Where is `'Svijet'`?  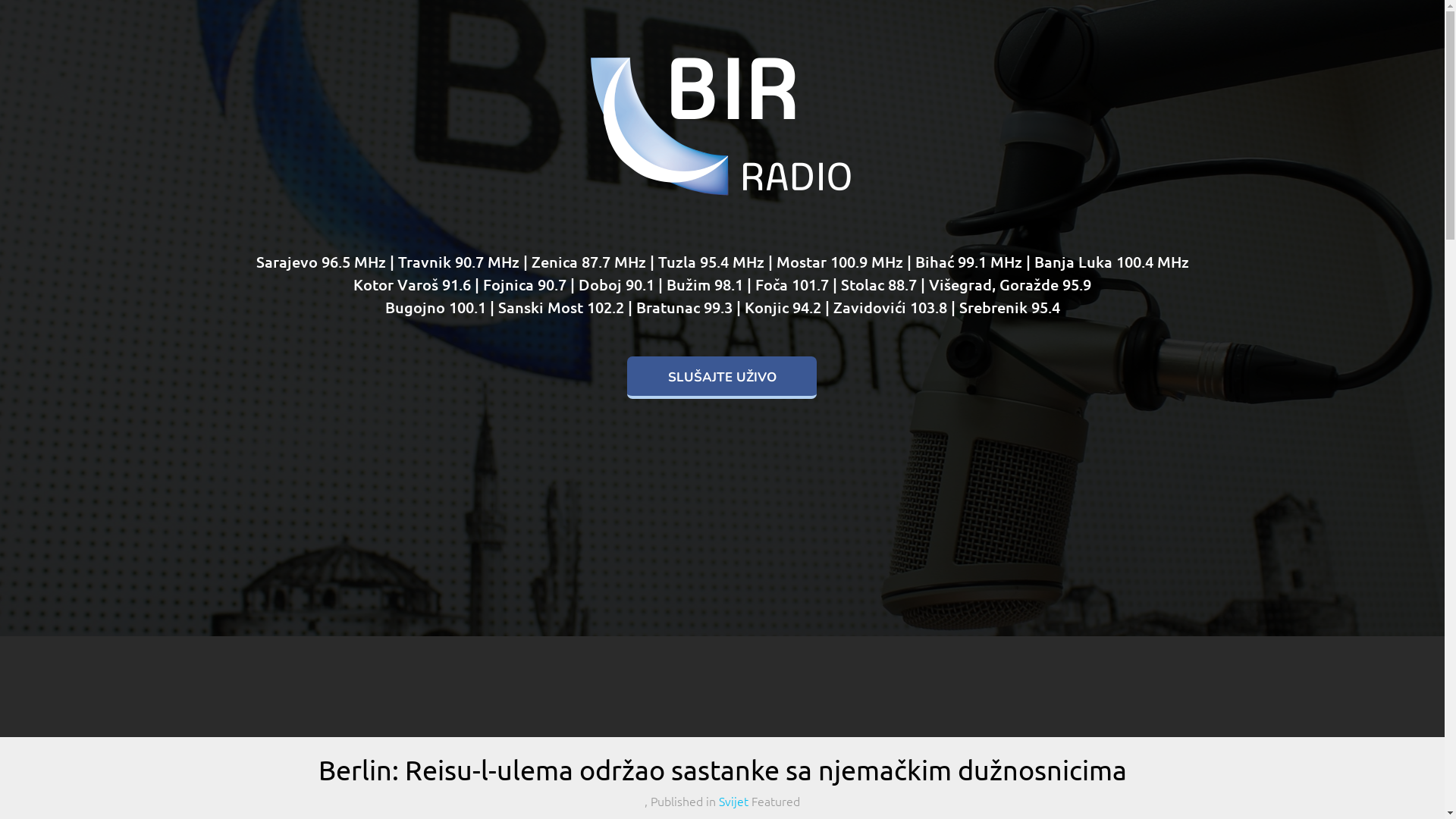 'Svijet' is located at coordinates (718, 800).